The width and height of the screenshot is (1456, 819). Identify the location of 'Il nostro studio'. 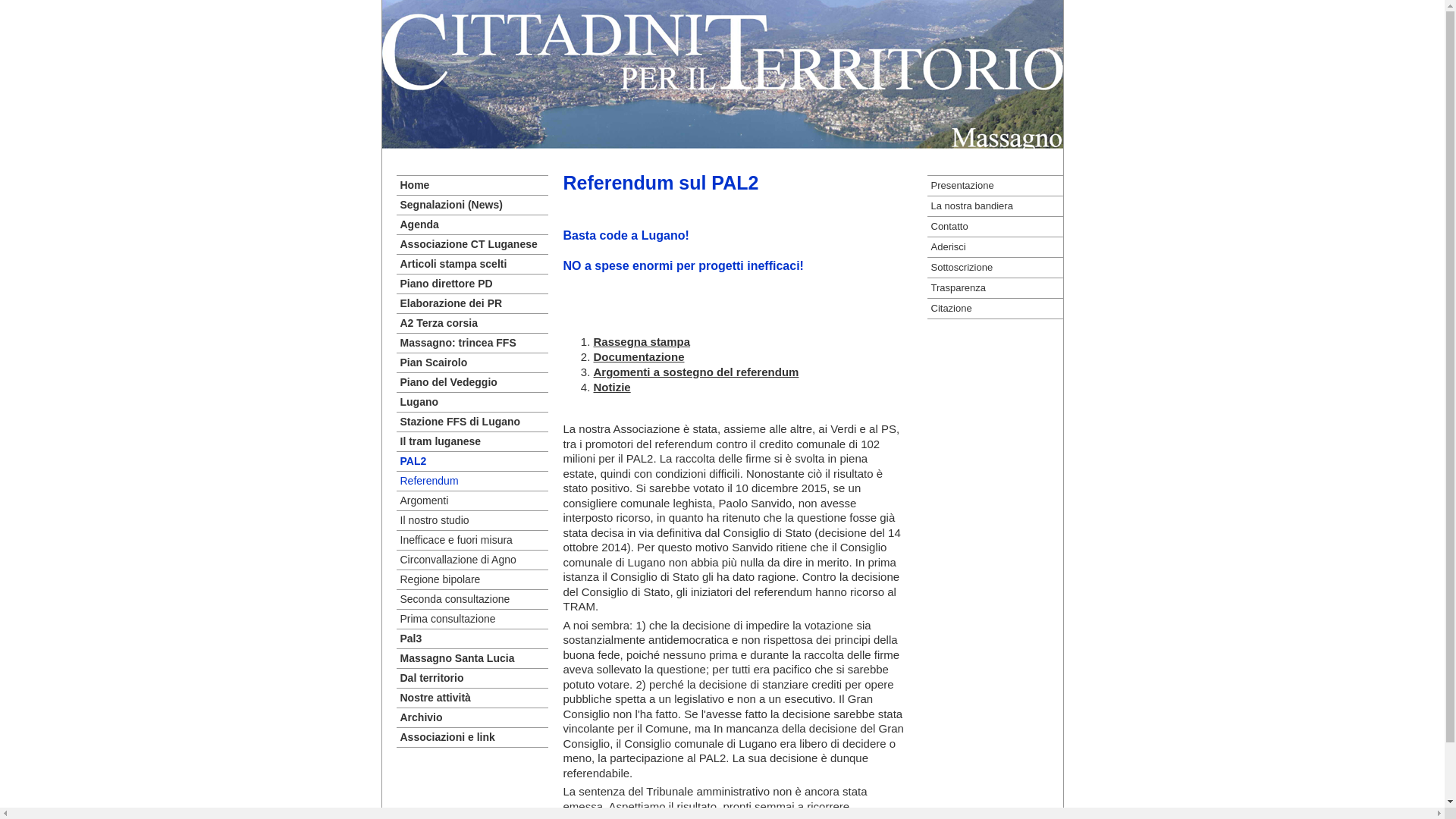
(471, 519).